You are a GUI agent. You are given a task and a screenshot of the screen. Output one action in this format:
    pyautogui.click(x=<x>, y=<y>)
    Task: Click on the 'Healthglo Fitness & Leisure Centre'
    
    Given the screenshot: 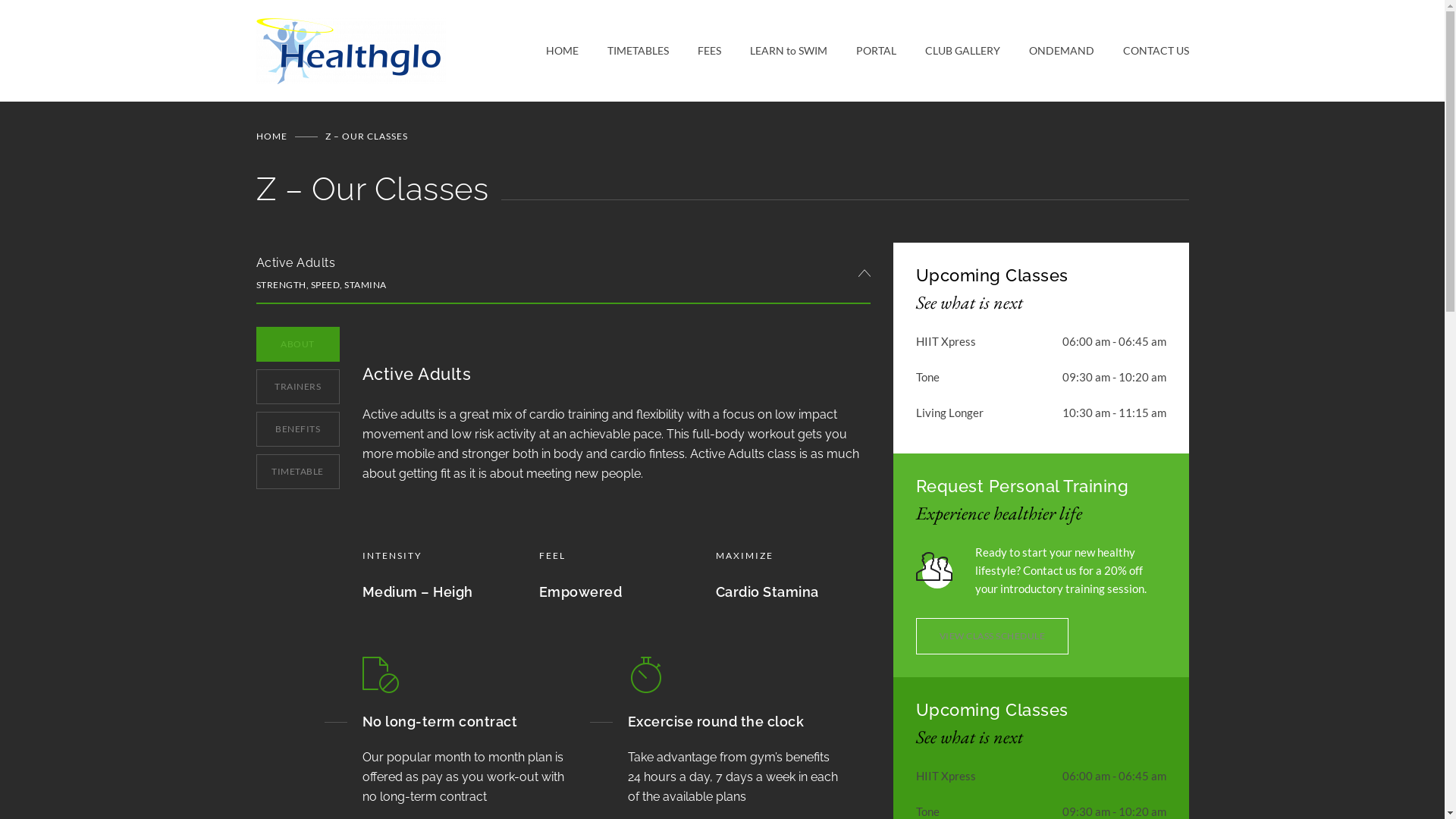 What is the action you would take?
    pyautogui.click(x=400, y=49)
    